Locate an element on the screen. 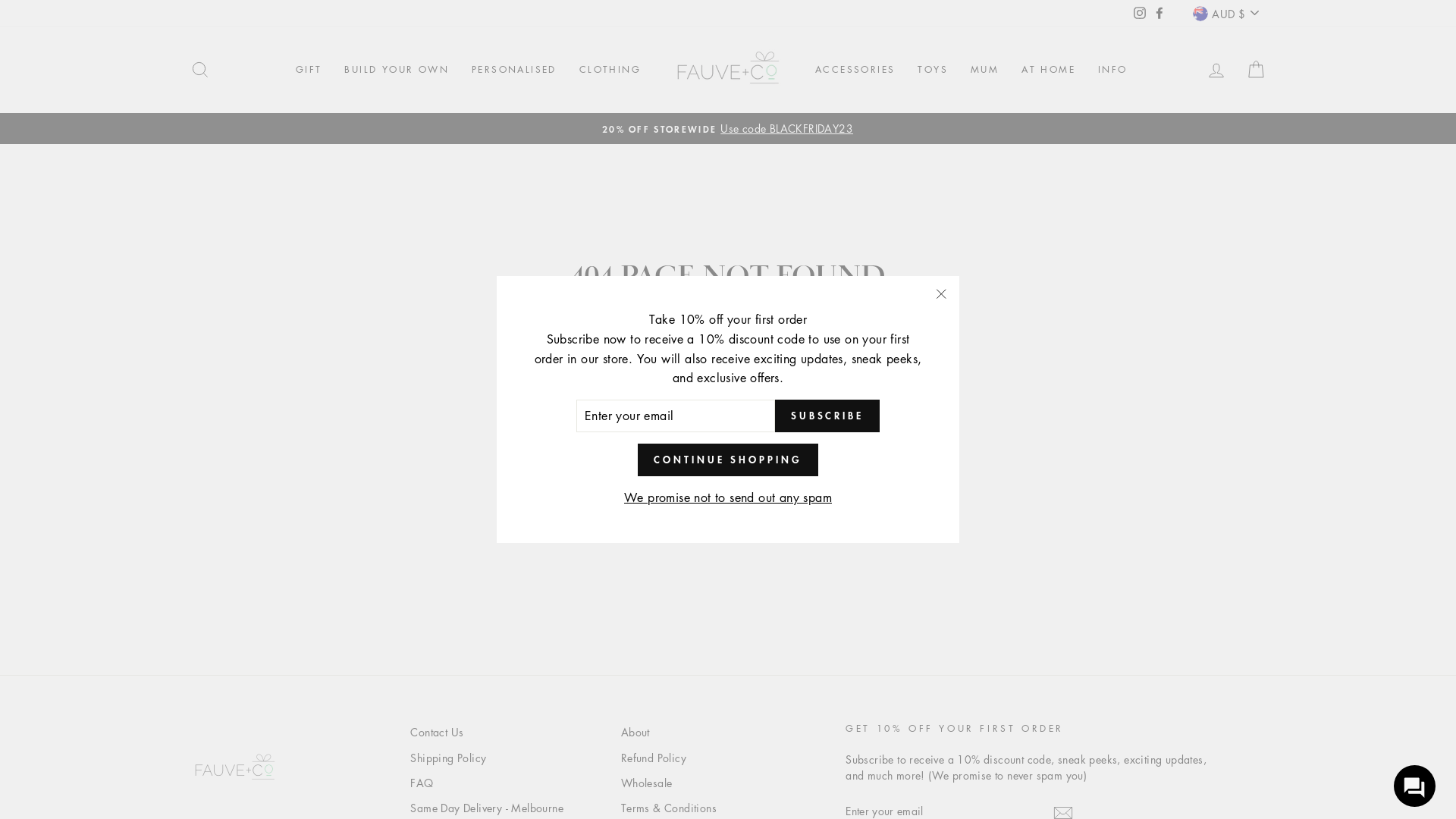 The height and width of the screenshot is (819, 1456). 'MUM' is located at coordinates (984, 70).